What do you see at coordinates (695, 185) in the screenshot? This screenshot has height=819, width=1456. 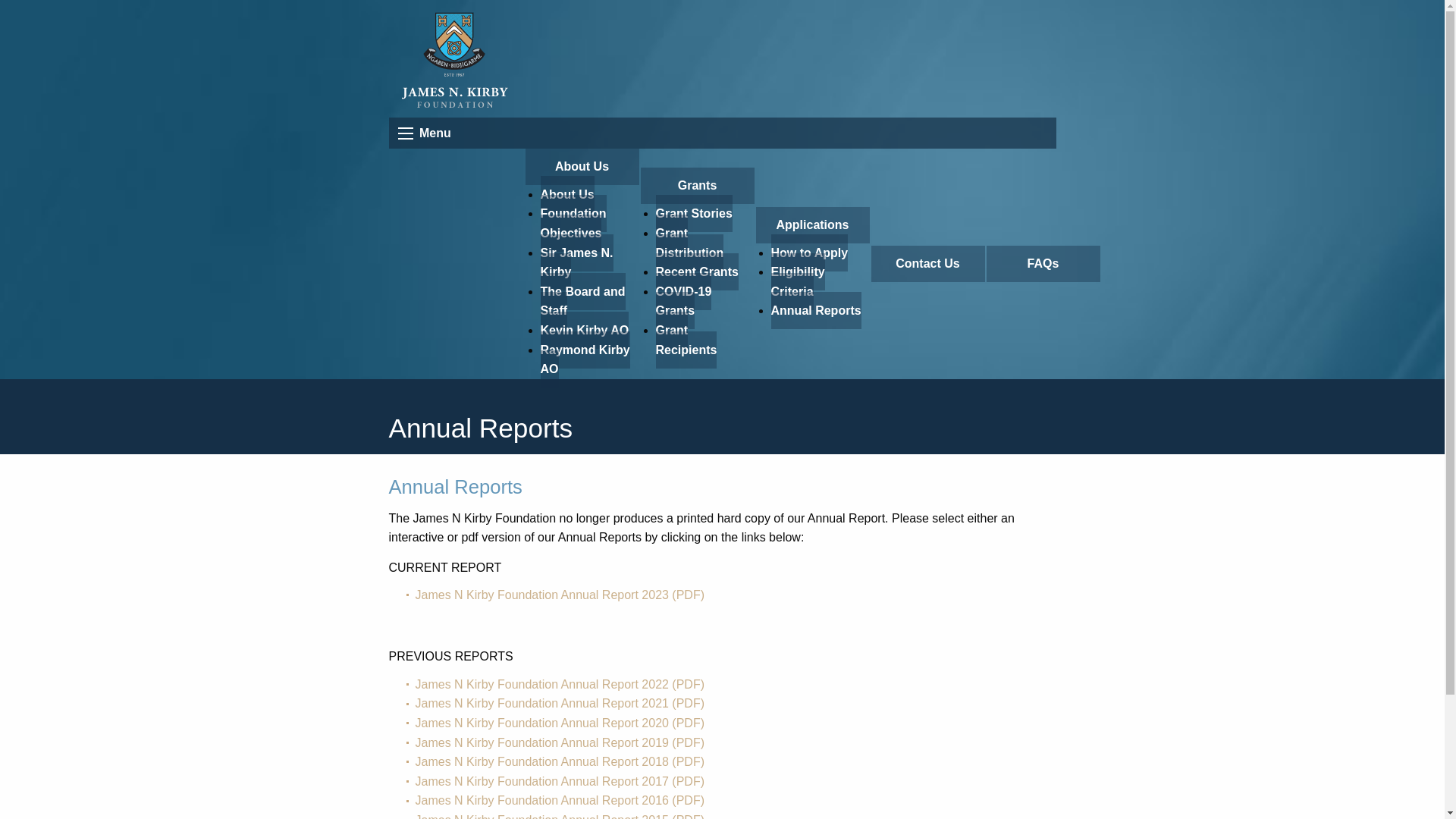 I see `'Grants'` at bounding box center [695, 185].